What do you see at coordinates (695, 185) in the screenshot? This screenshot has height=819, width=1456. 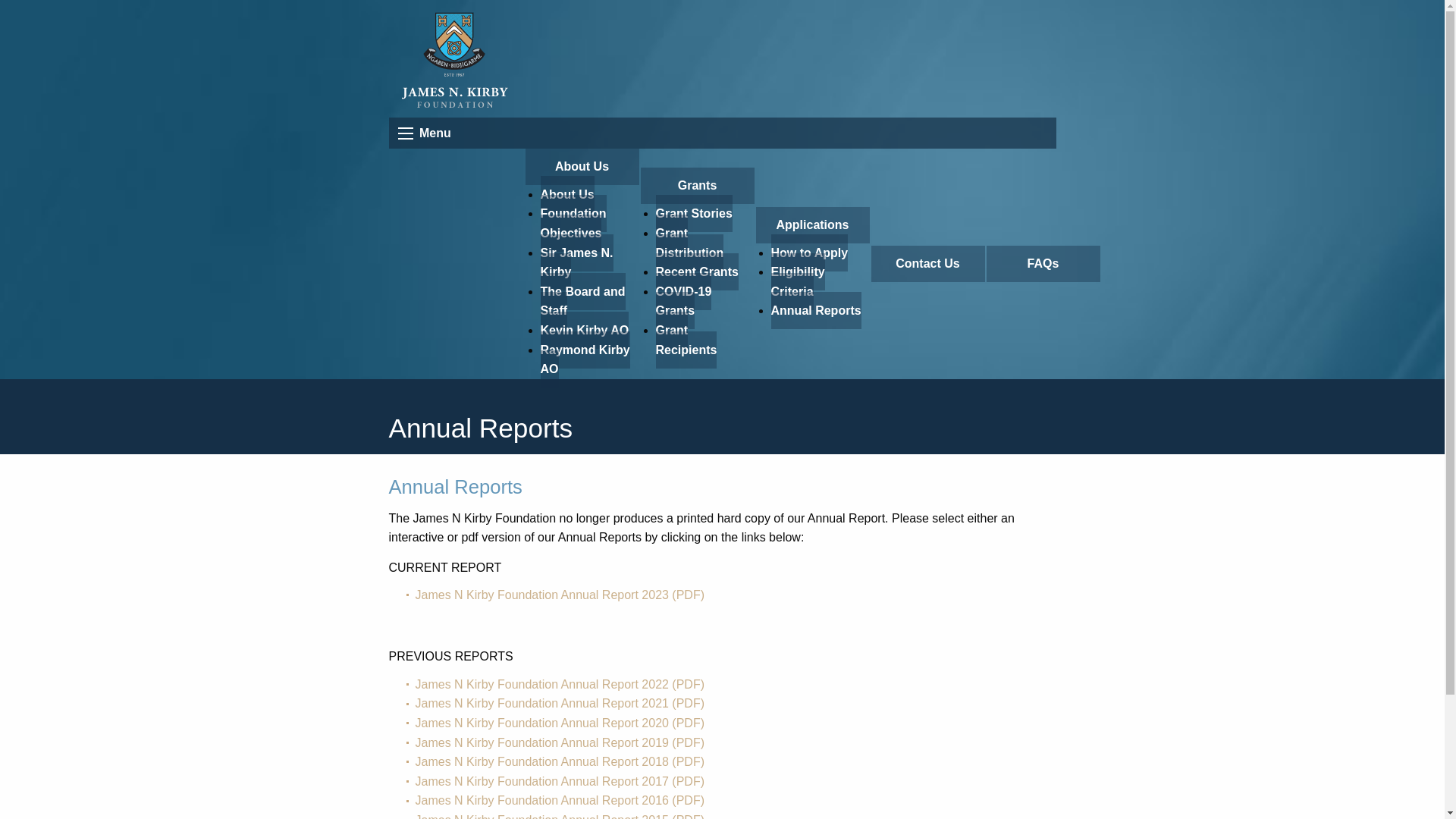 I see `'Grants'` at bounding box center [695, 185].